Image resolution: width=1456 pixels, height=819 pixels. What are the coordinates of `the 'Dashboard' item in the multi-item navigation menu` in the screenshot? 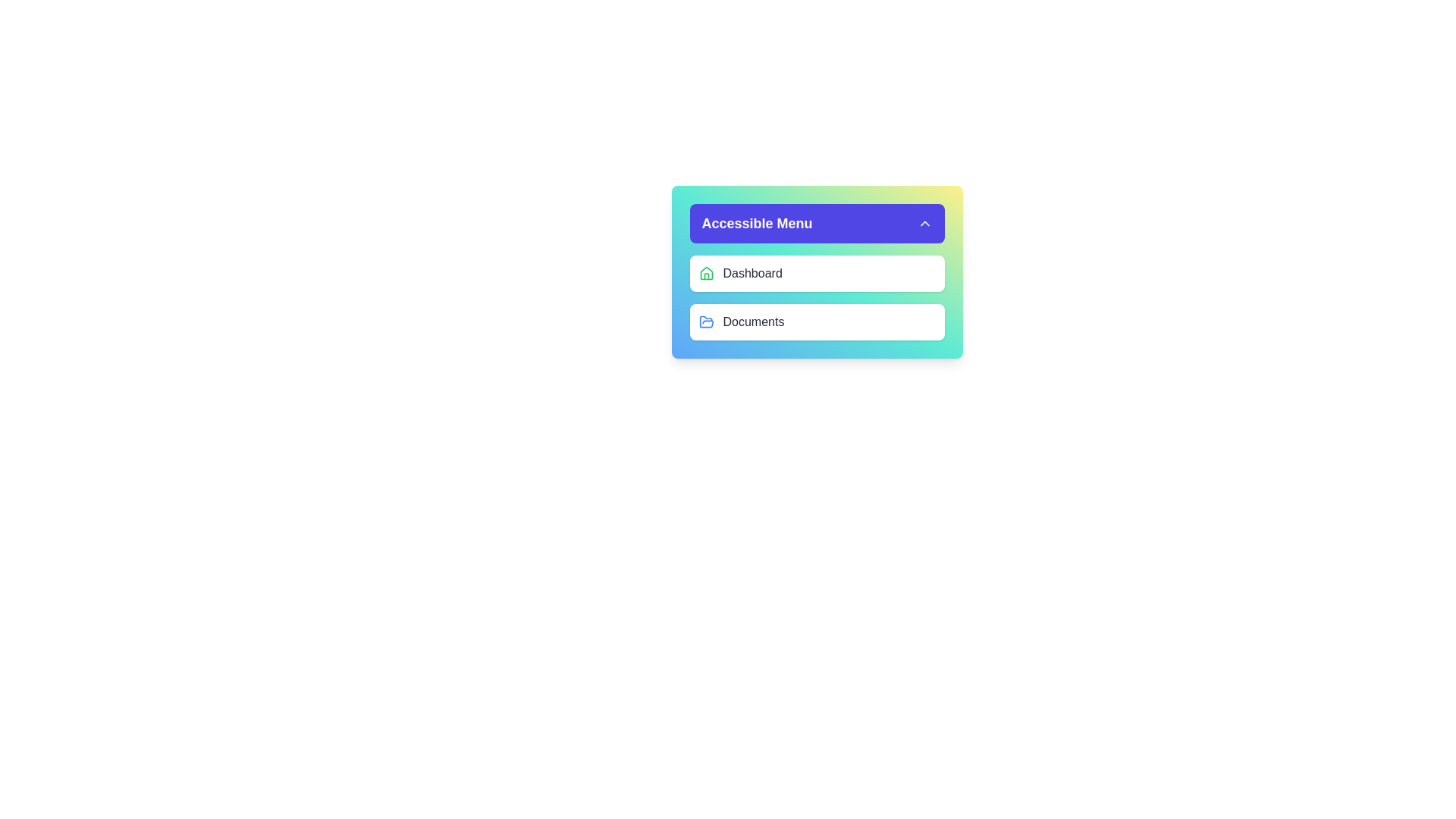 It's located at (816, 298).